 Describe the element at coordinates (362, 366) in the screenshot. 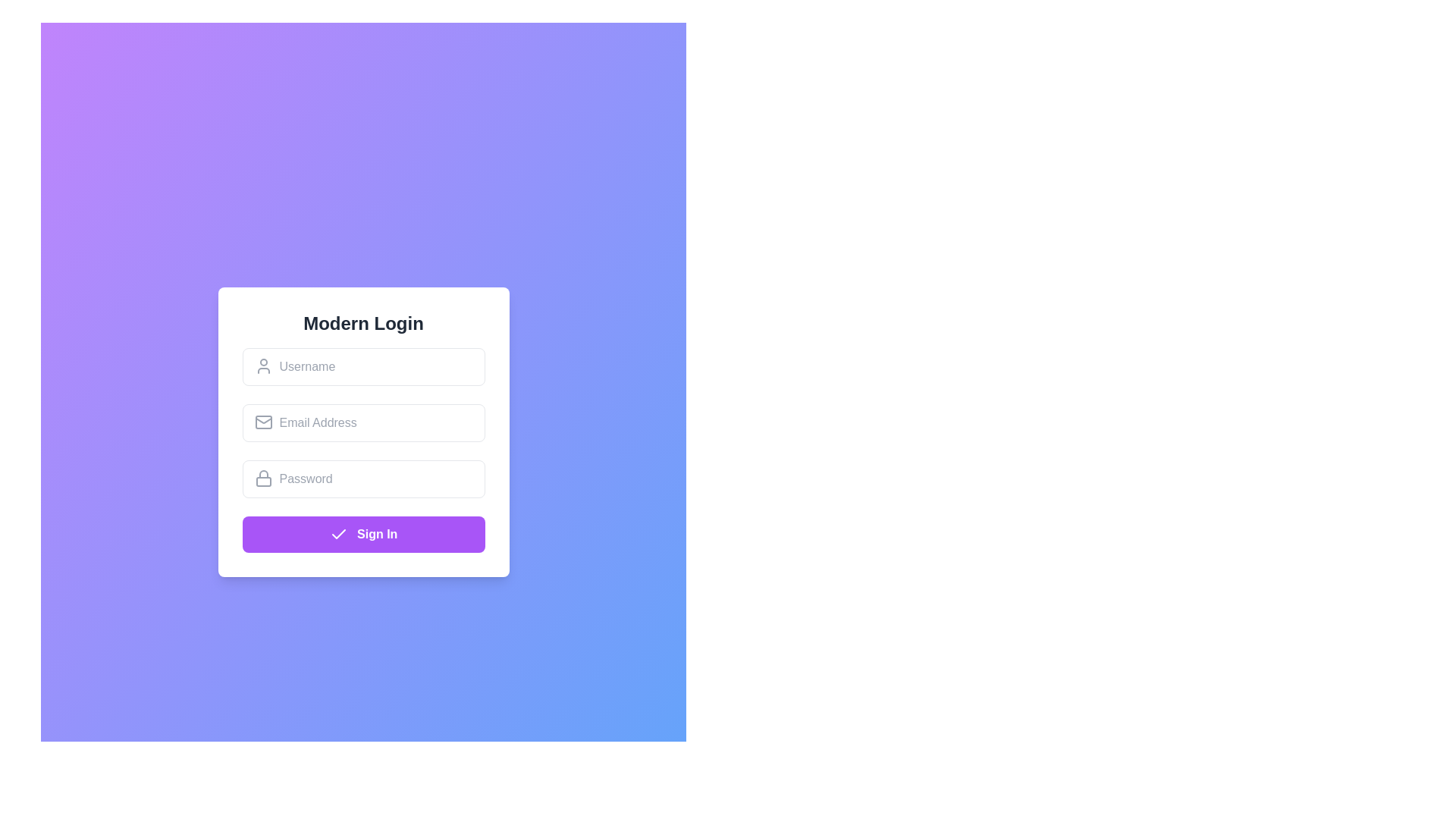

I see `the username text input field directly under the 'Modern Login' heading by tabbing to it for accessibility purposes` at that location.